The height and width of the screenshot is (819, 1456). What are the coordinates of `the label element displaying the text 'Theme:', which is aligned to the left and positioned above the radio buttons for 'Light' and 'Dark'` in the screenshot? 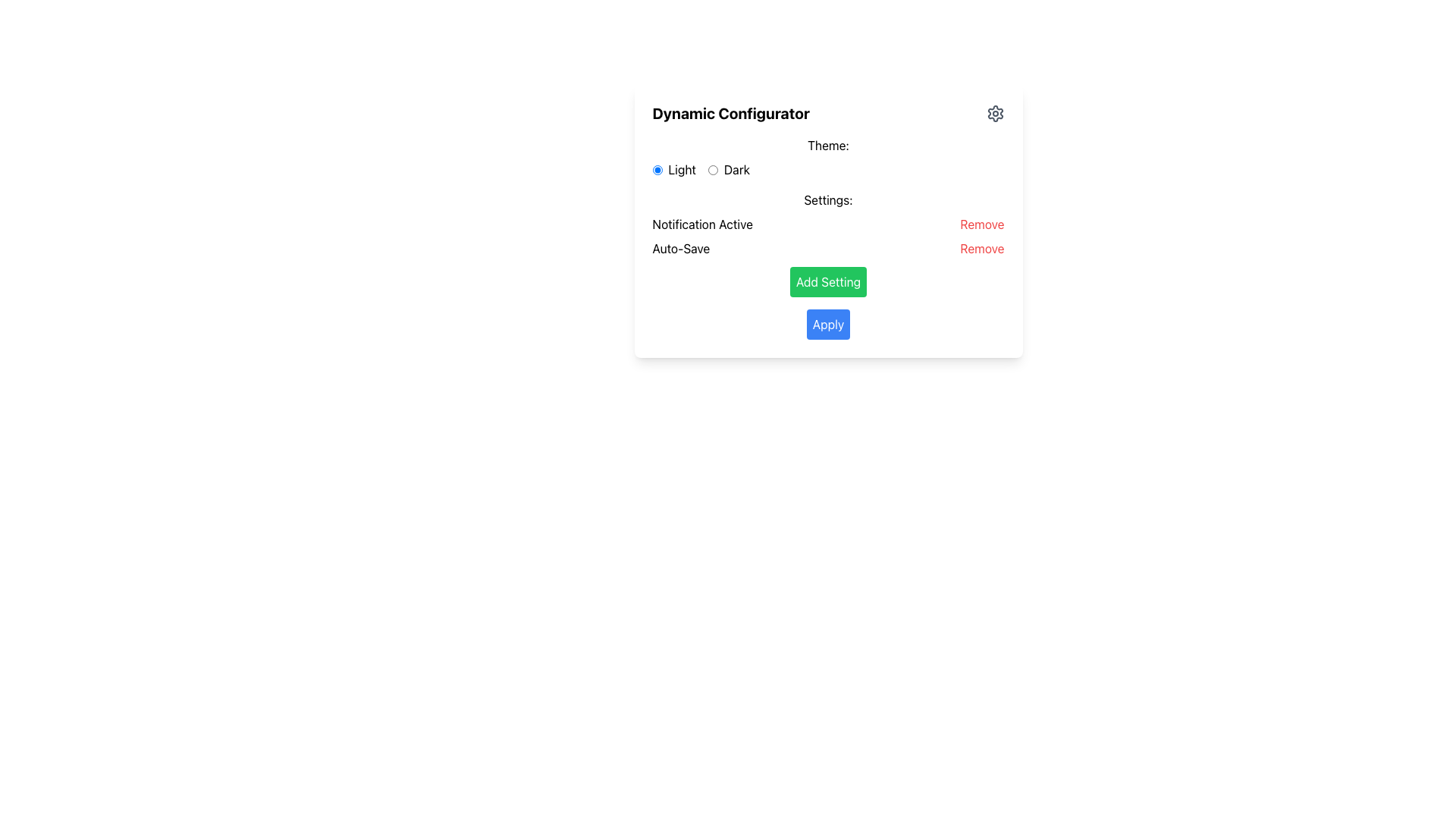 It's located at (827, 146).